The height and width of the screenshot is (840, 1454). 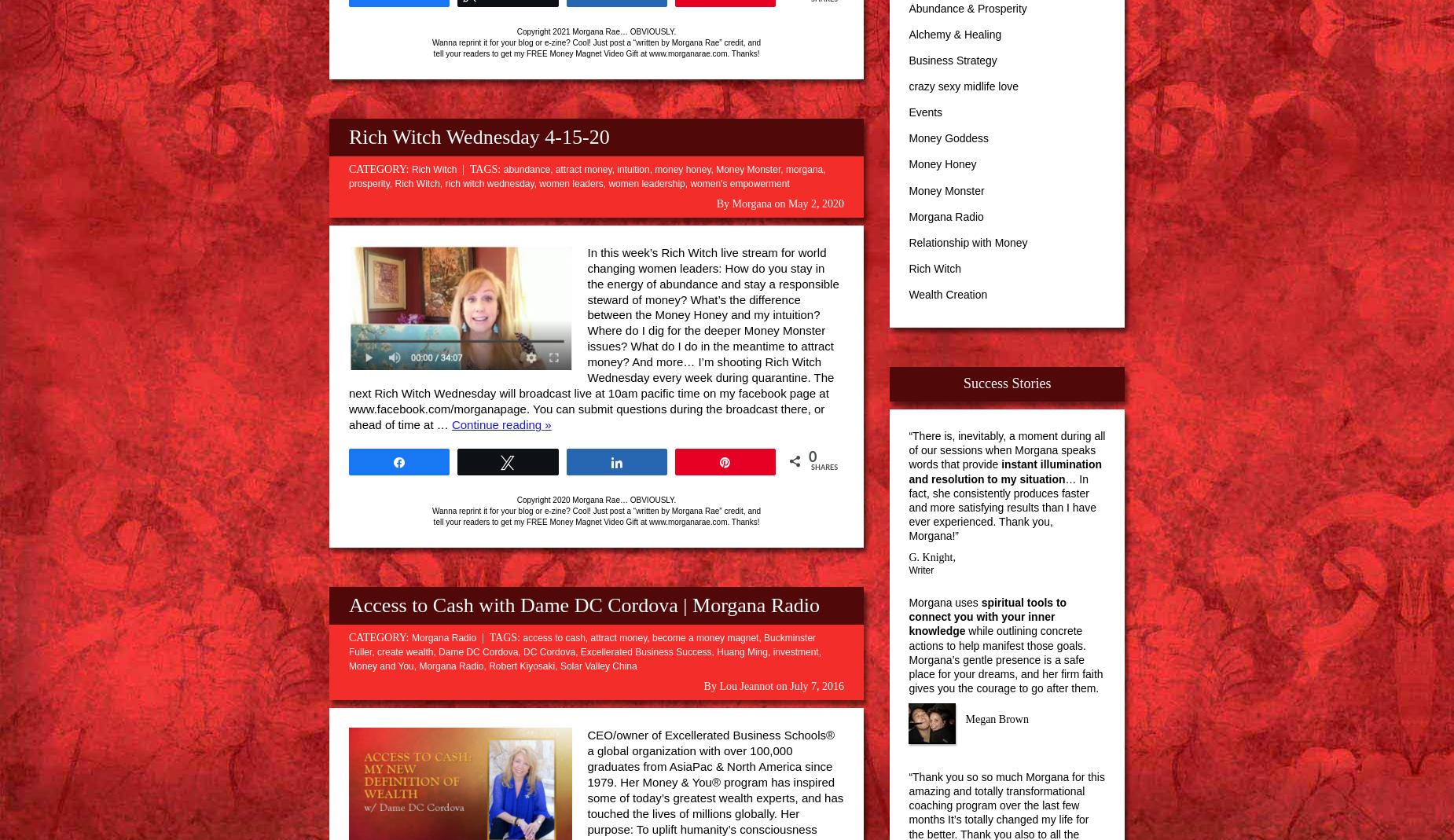 I want to click on 'Rich Witch Wednesday 4-15-20', so click(x=479, y=136).